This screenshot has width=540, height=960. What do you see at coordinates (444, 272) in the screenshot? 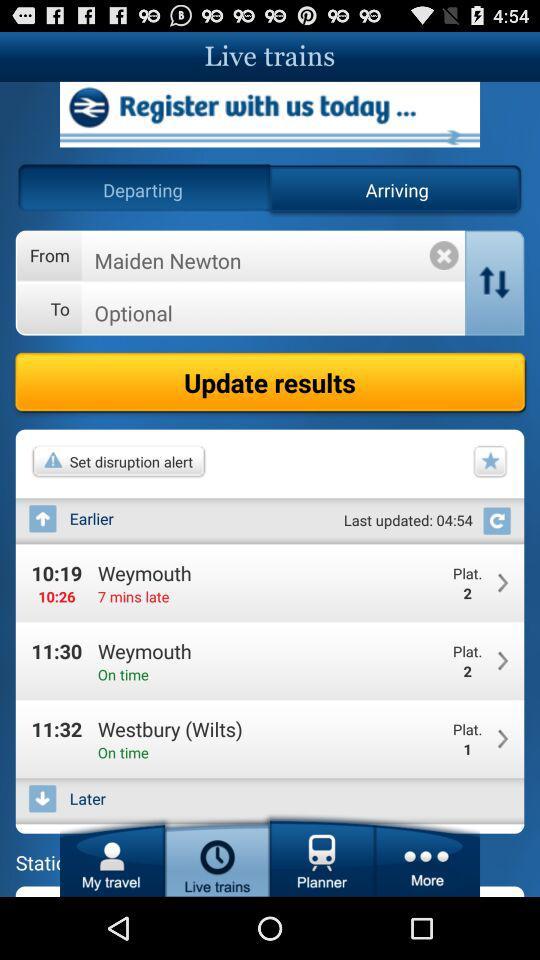
I see `the close icon` at bounding box center [444, 272].